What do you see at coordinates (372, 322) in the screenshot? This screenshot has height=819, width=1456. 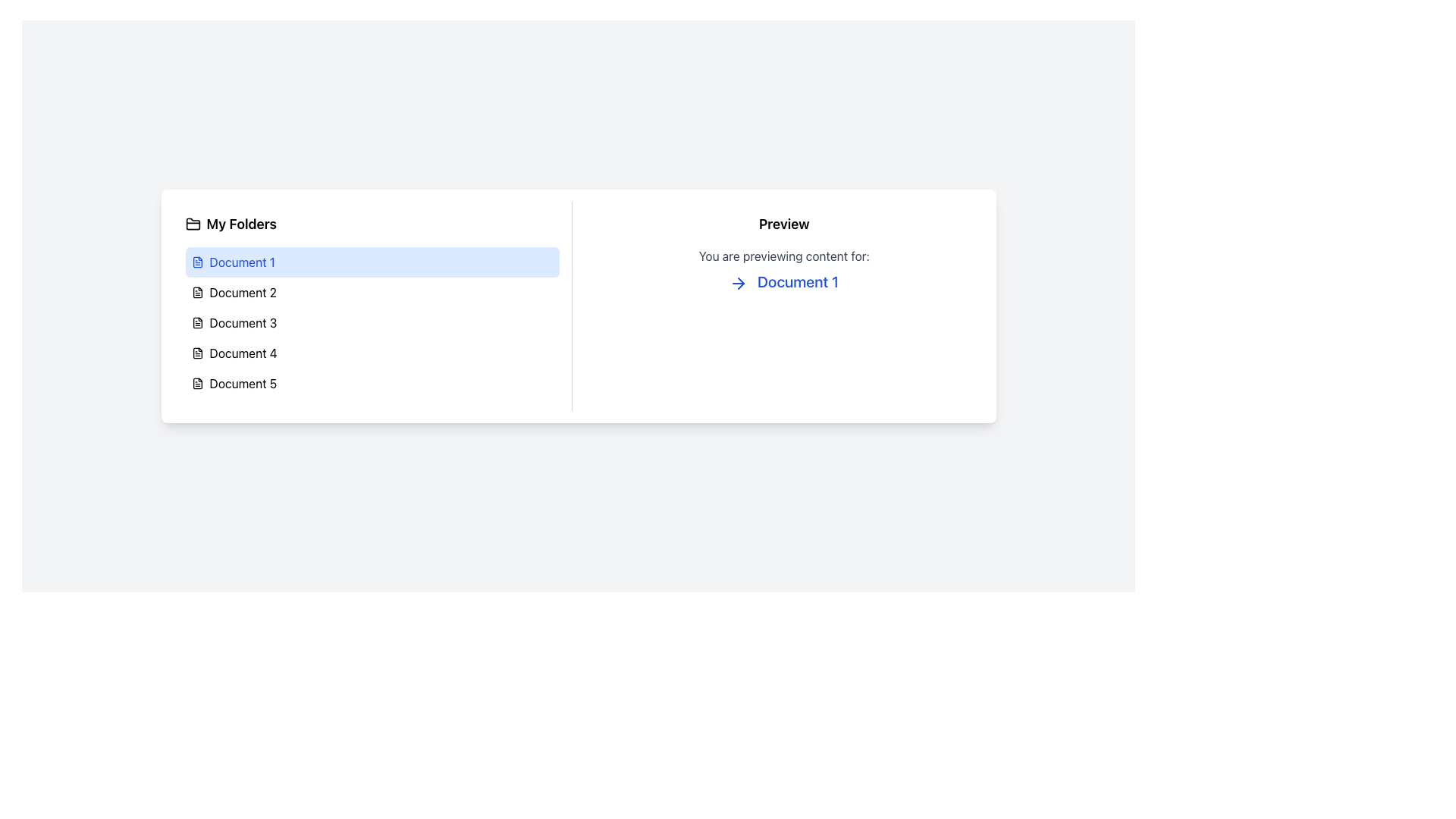 I see `the third clickable list item labeled 'Document 3' in the 'My Folders' section` at bounding box center [372, 322].